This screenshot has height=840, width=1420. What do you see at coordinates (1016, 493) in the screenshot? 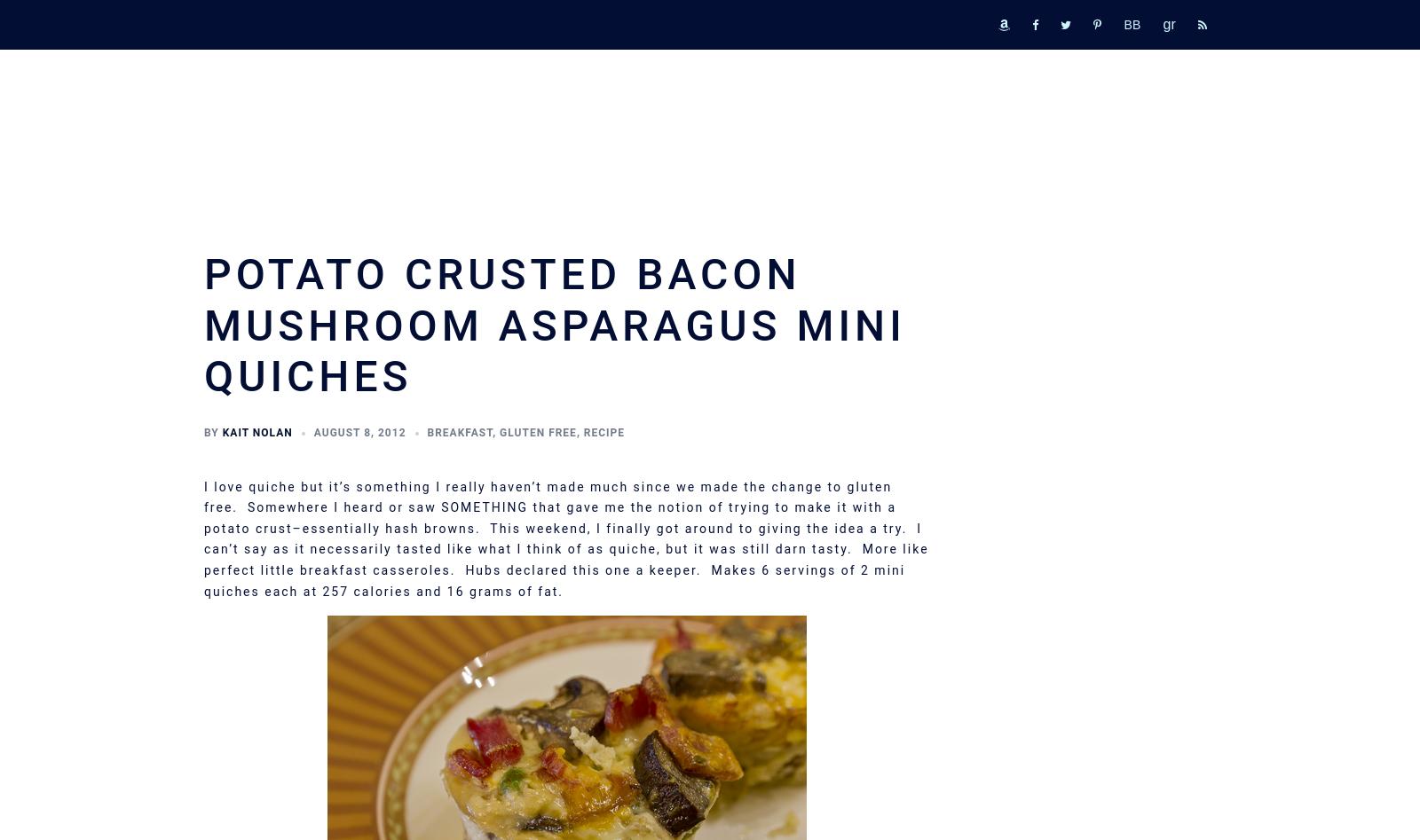
I see `'Bites (My Recipes)'` at bounding box center [1016, 493].